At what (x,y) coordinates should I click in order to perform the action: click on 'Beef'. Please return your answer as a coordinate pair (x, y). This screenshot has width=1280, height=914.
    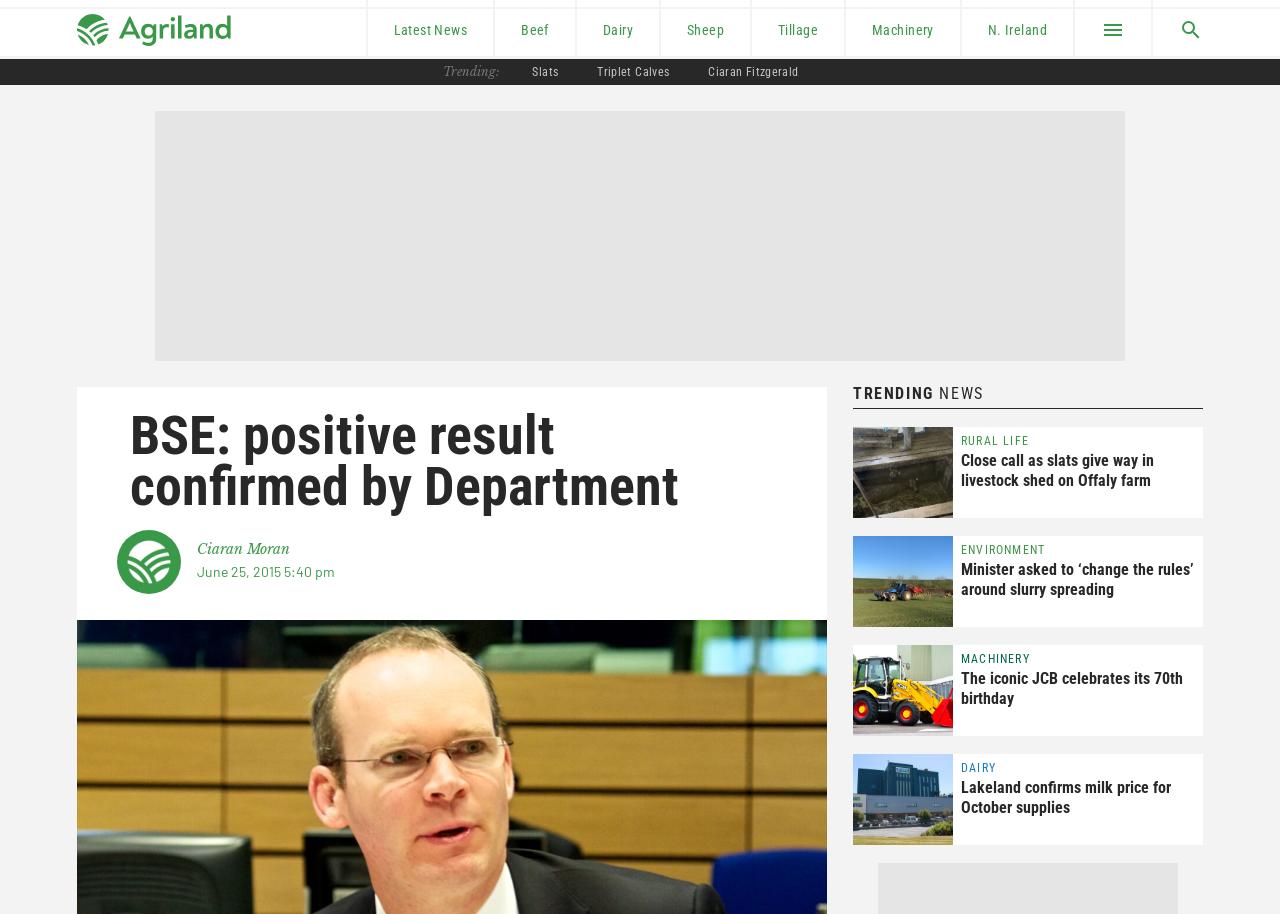
    Looking at the image, I should click on (534, 28).